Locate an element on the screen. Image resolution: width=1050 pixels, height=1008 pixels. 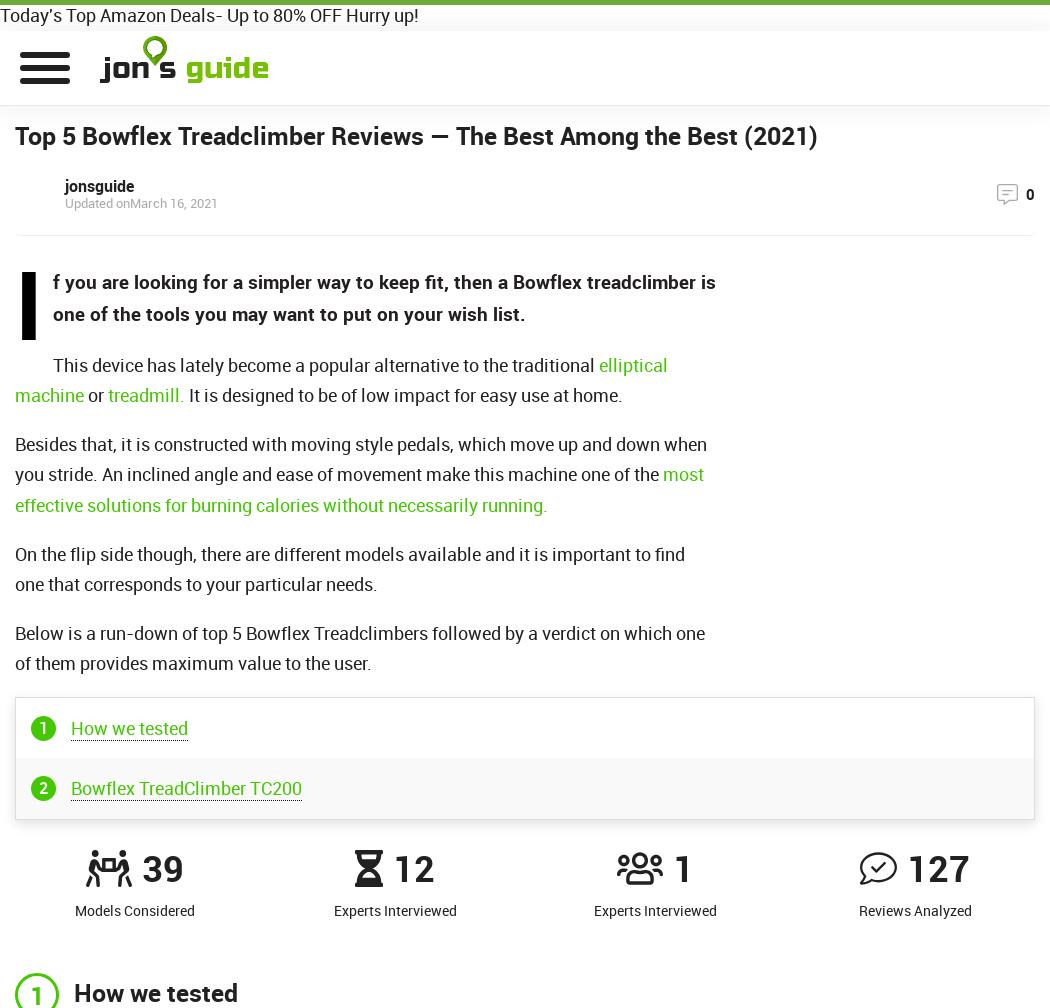
'treadmill.' is located at coordinates (145, 395).